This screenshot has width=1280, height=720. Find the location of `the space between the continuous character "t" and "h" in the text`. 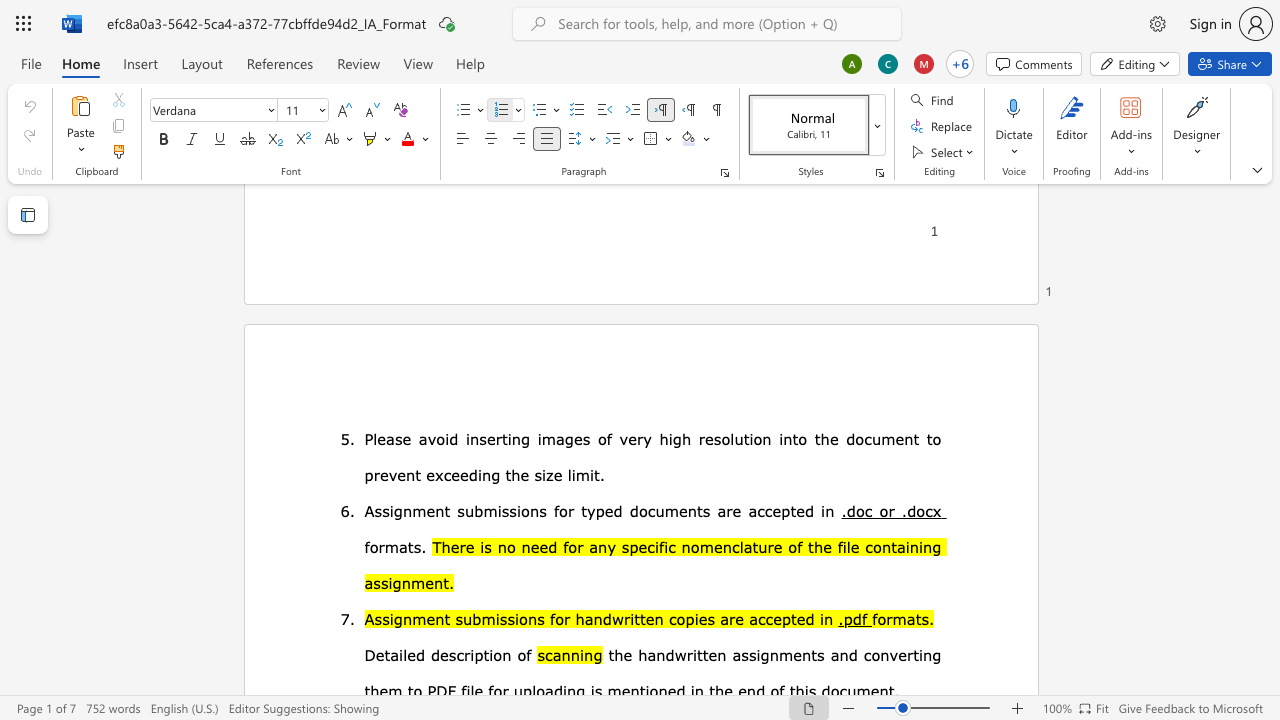

the space between the continuous character "t" and "h" in the text is located at coordinates (814, 546).